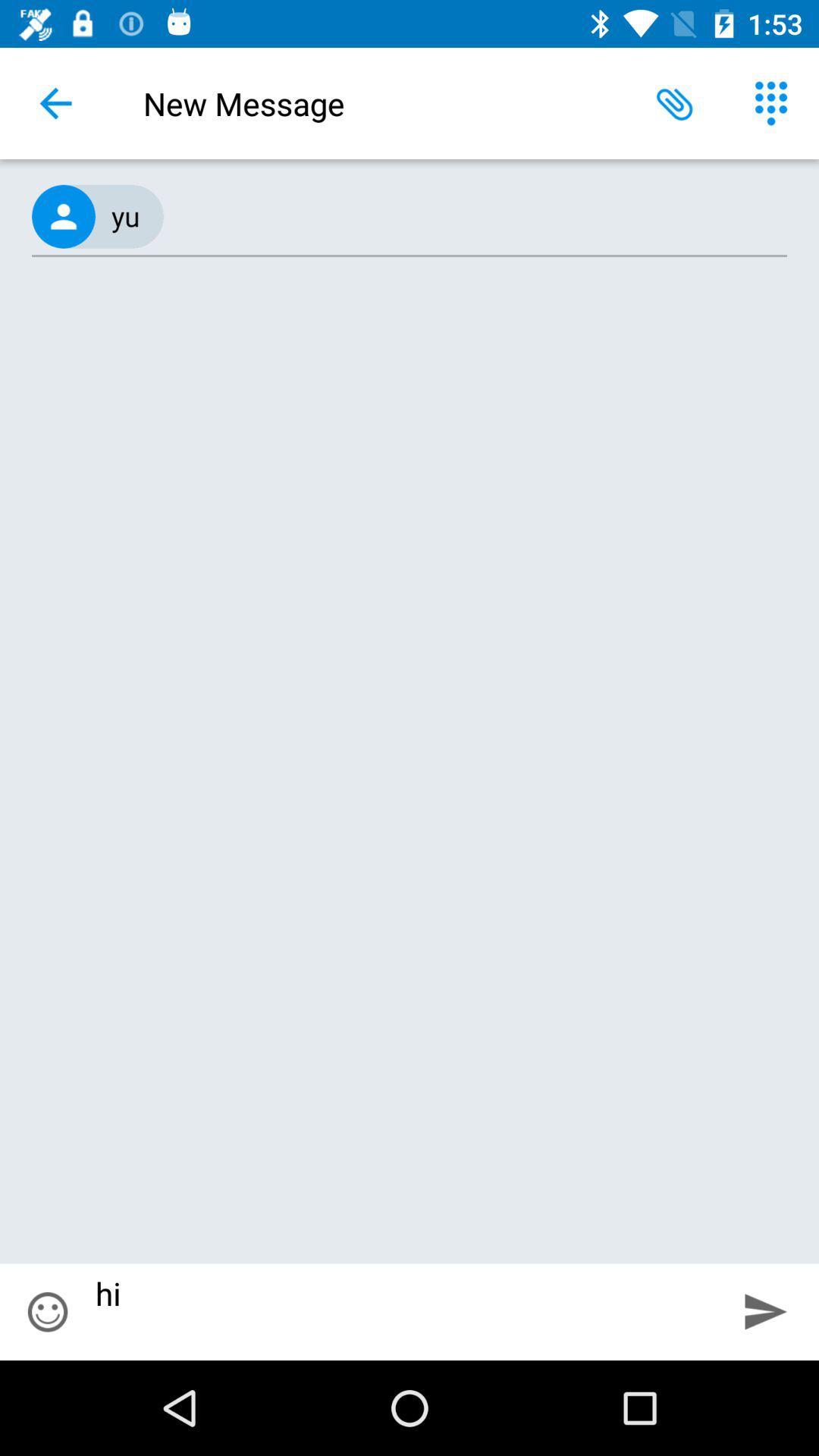 The height and width of the screenshot is (1456, 819). I want to click on the send icon, so click(766, 1310).